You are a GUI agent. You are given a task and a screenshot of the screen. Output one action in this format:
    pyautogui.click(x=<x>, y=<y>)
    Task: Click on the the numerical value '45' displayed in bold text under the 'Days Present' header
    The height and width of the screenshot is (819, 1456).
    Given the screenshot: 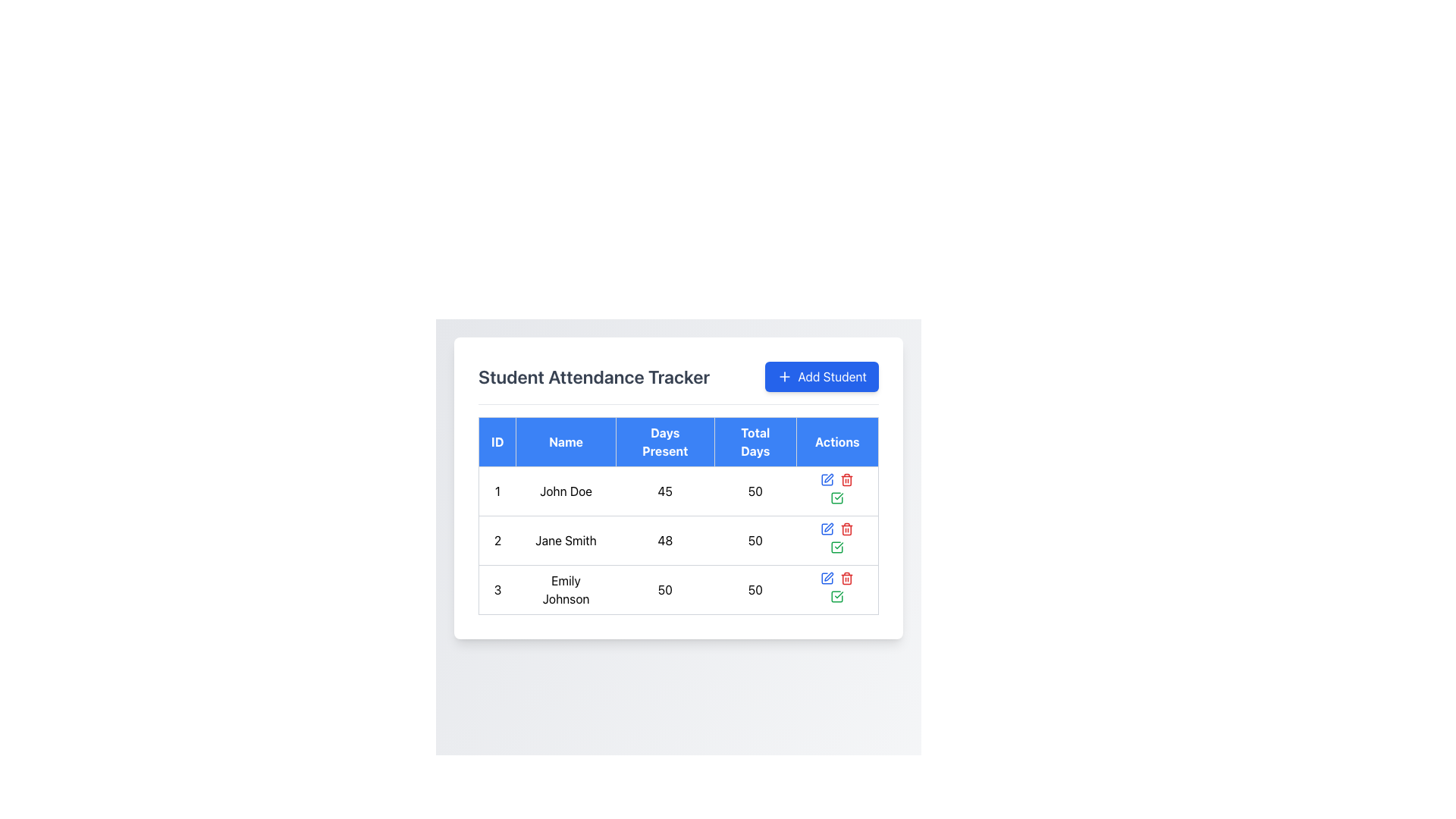 What is the action you would take?
    pyautogui.click(x=665, y=491)
    